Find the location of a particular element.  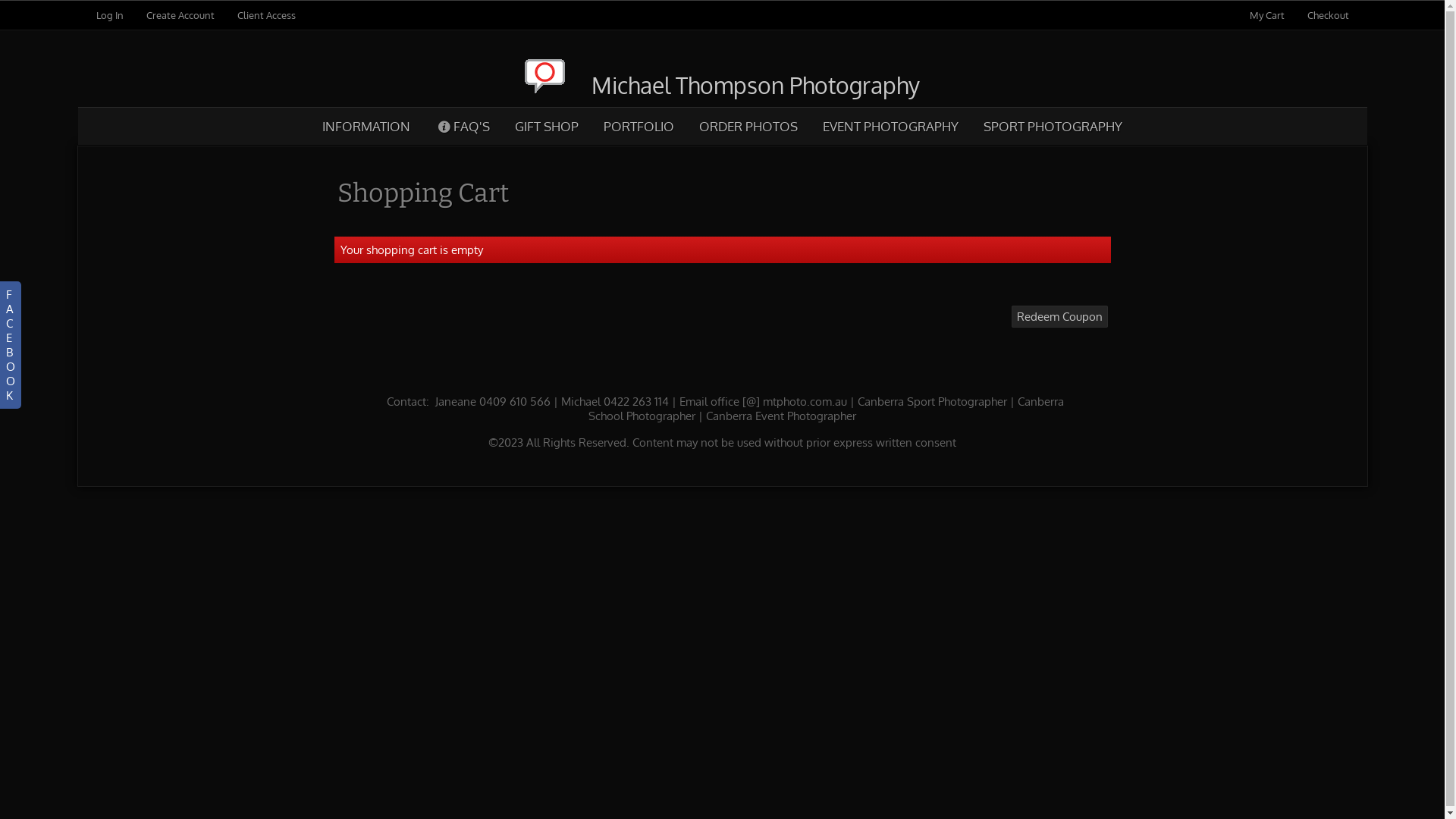

'Redeem Coupon' is located at coordinates (1012, 315).